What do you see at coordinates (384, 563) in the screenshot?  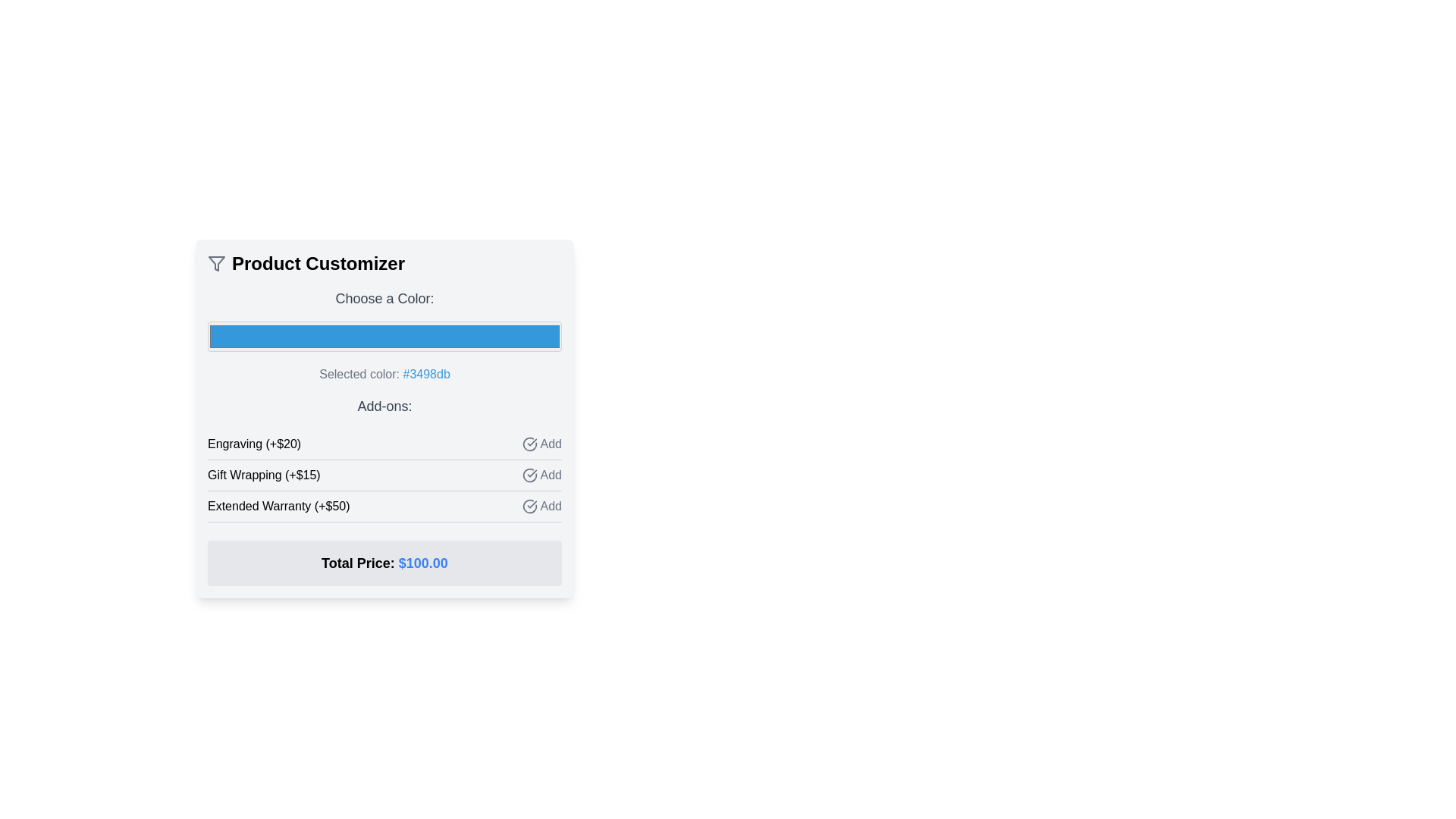 I see `the total price Text Label located at the bottom center of the 'Product Customizer' box, which displays the calculated total price based on selected options` at bounding box center [384, 563].